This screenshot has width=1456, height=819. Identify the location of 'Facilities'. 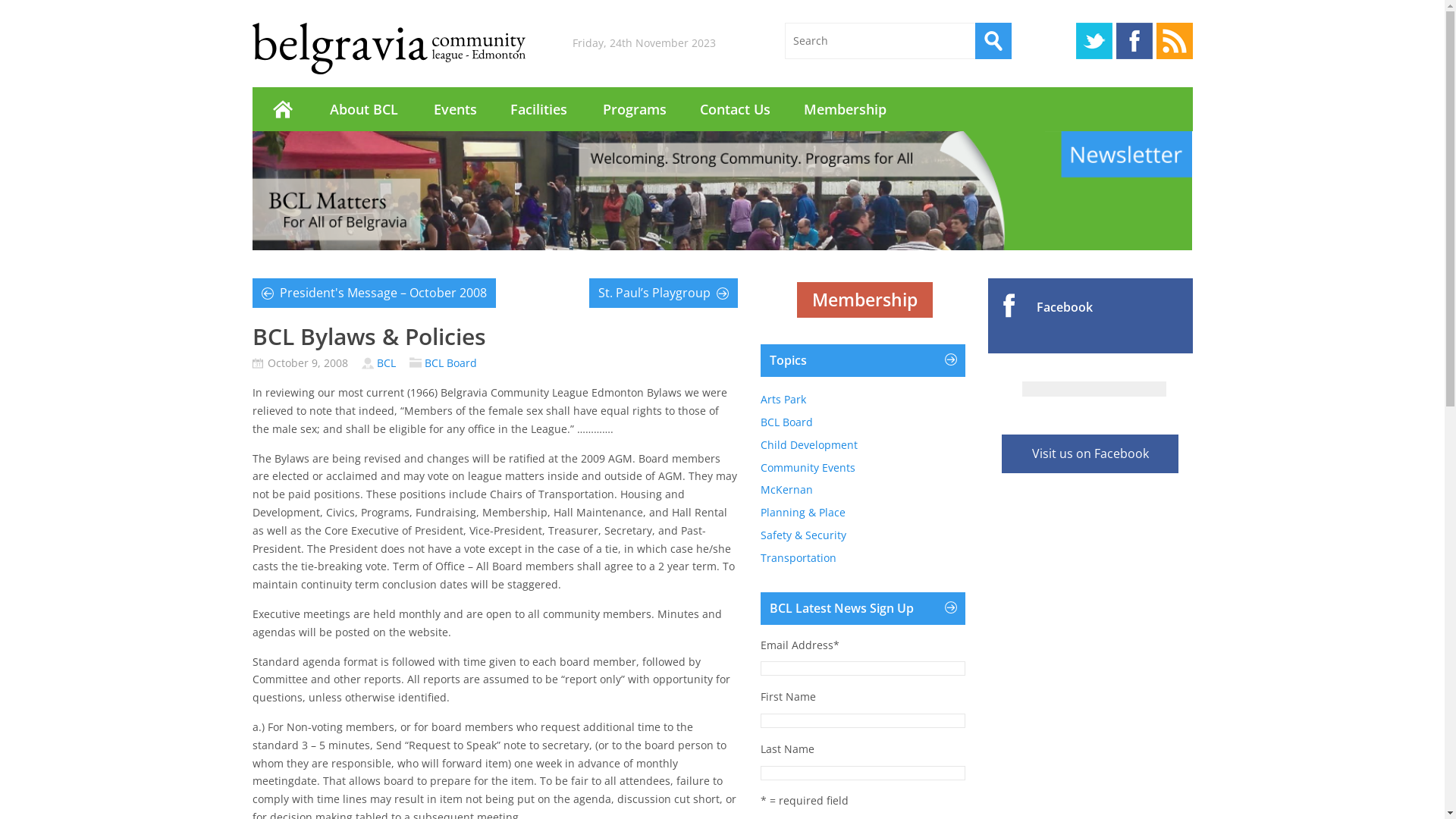
(538, 108).